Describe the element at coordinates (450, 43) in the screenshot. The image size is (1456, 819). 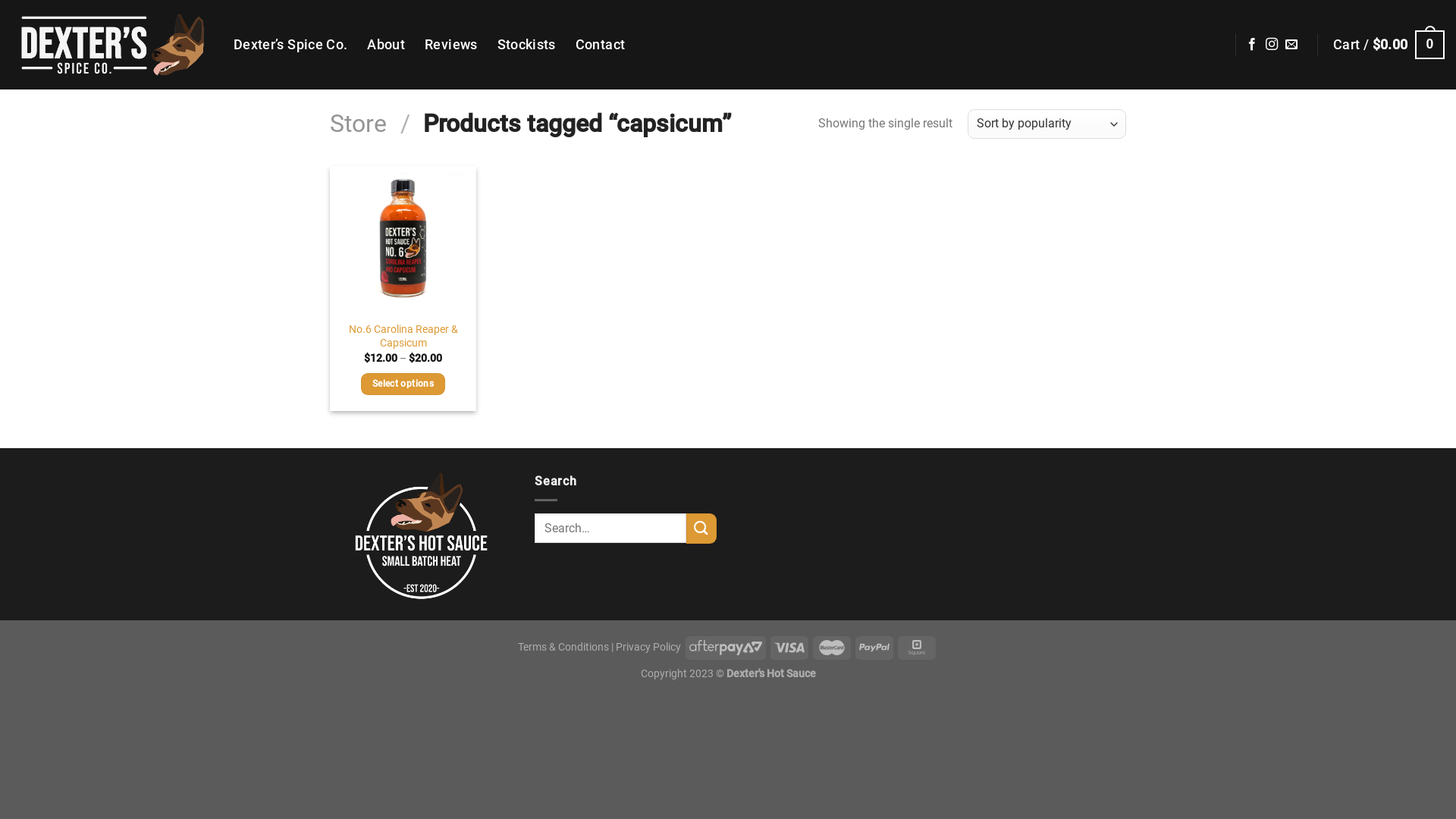
I see `'Reviews'` at that location.